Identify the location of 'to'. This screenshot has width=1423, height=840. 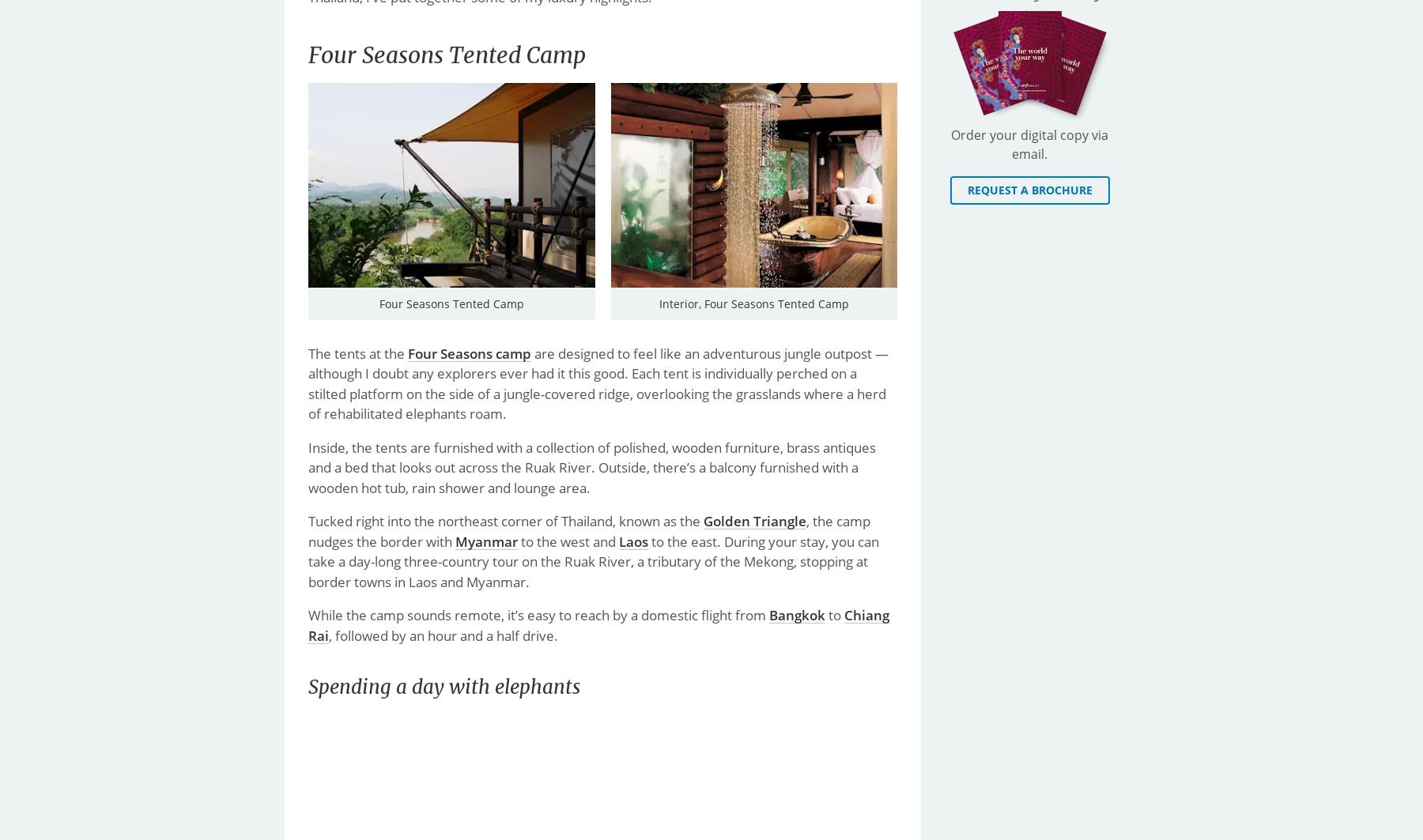
(835, 614).